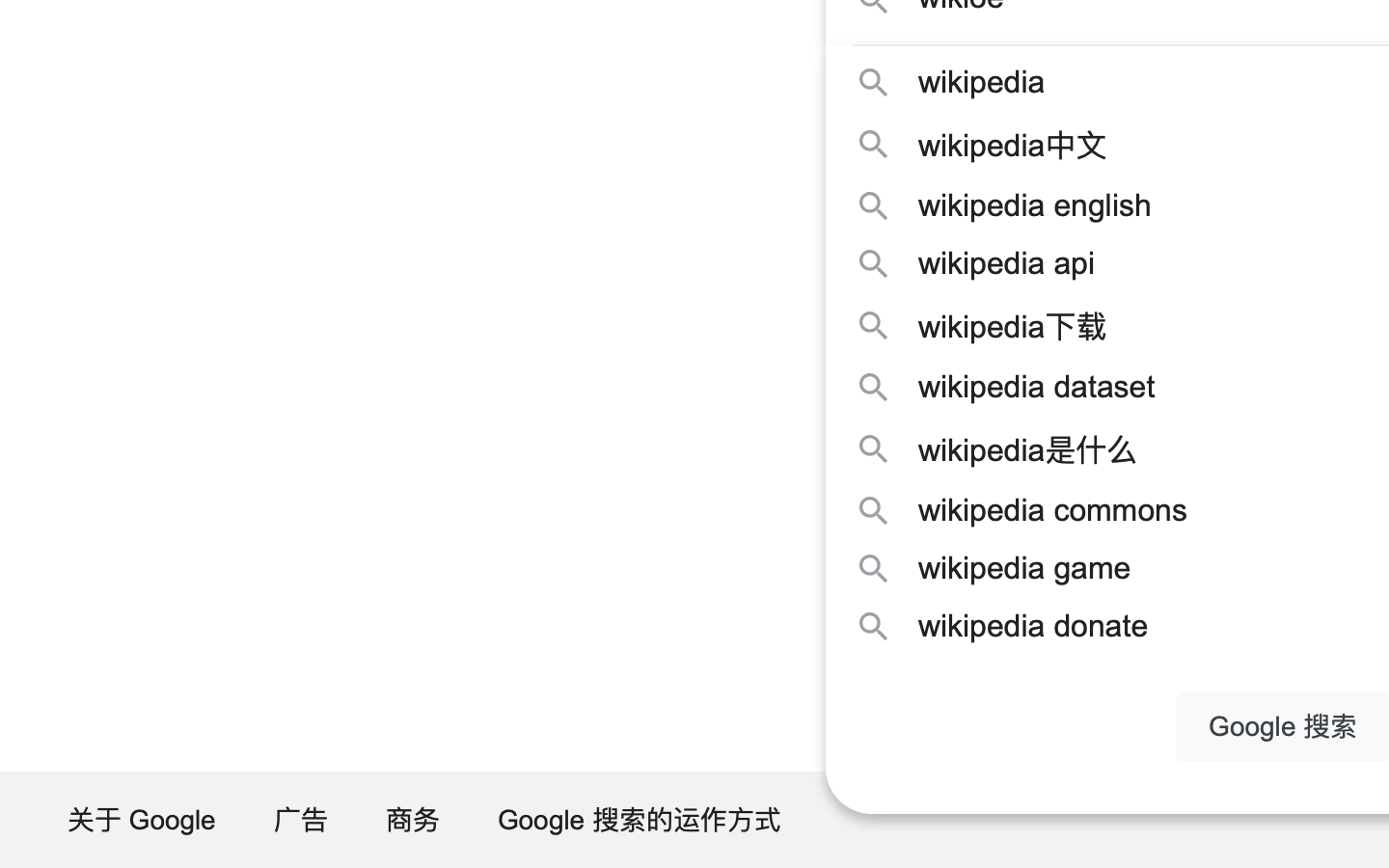  Describe the element at coordinates (640, 819) in the screenshot. I see `'Google 搜索的运作方式'` at that location.